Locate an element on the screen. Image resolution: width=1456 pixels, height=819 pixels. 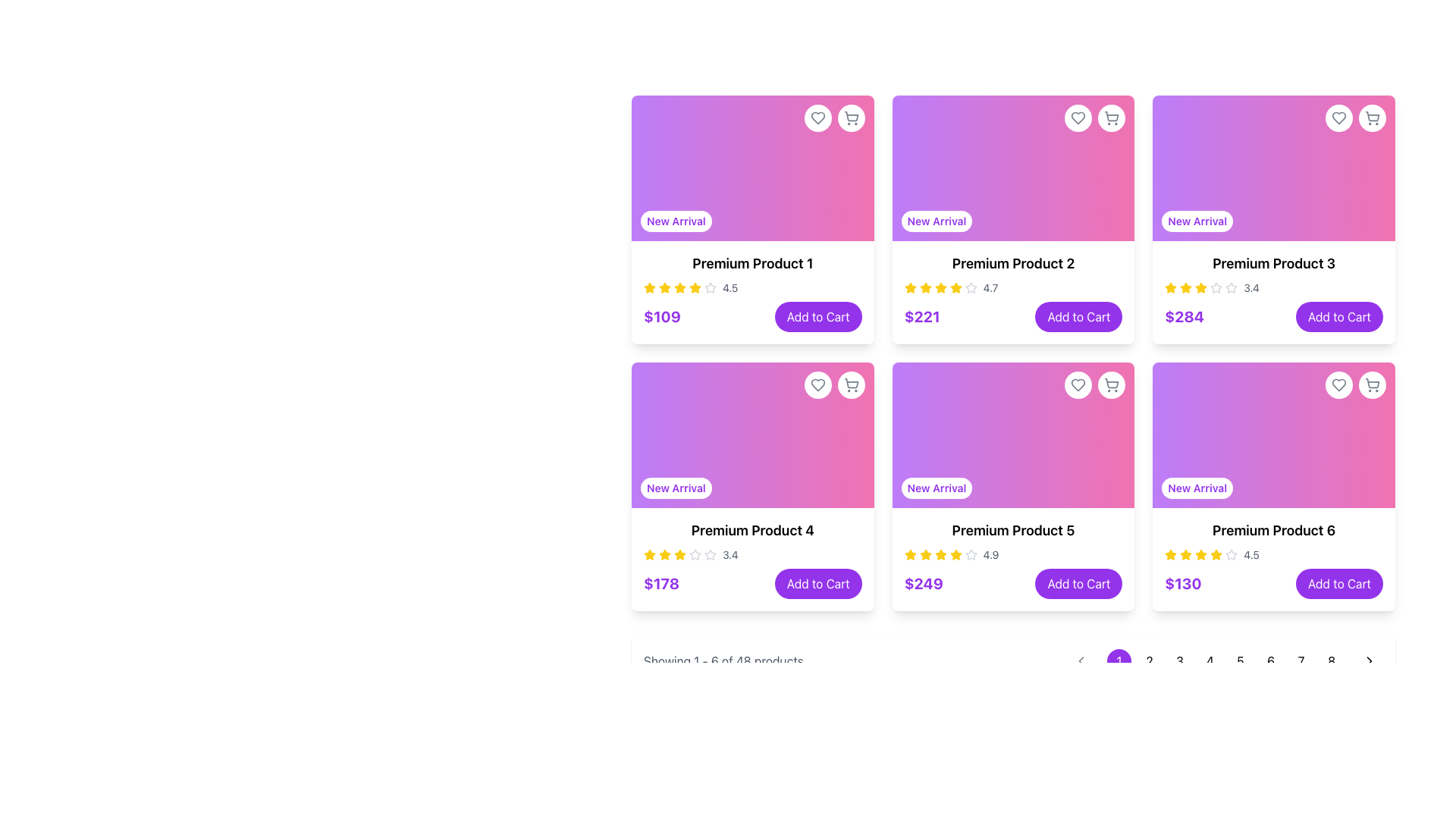
the button located in the first product card, positioned bottom-right adjacent to the '$109' price label is located at coordinates (817, 315).